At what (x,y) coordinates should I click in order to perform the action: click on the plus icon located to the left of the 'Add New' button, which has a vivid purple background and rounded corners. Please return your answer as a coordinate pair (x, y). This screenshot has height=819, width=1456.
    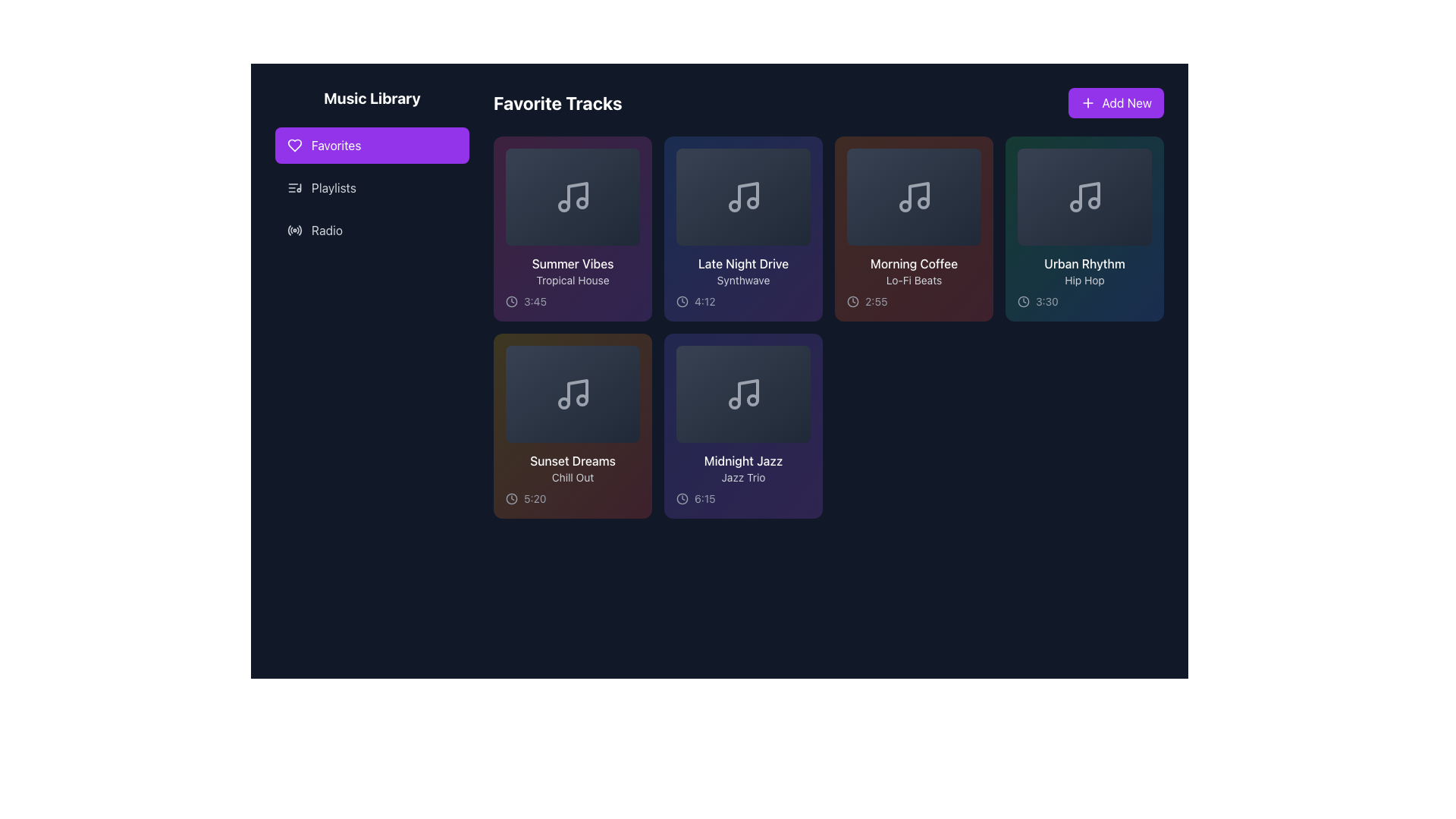
    Looking at the image, I should click on (1087, 102).